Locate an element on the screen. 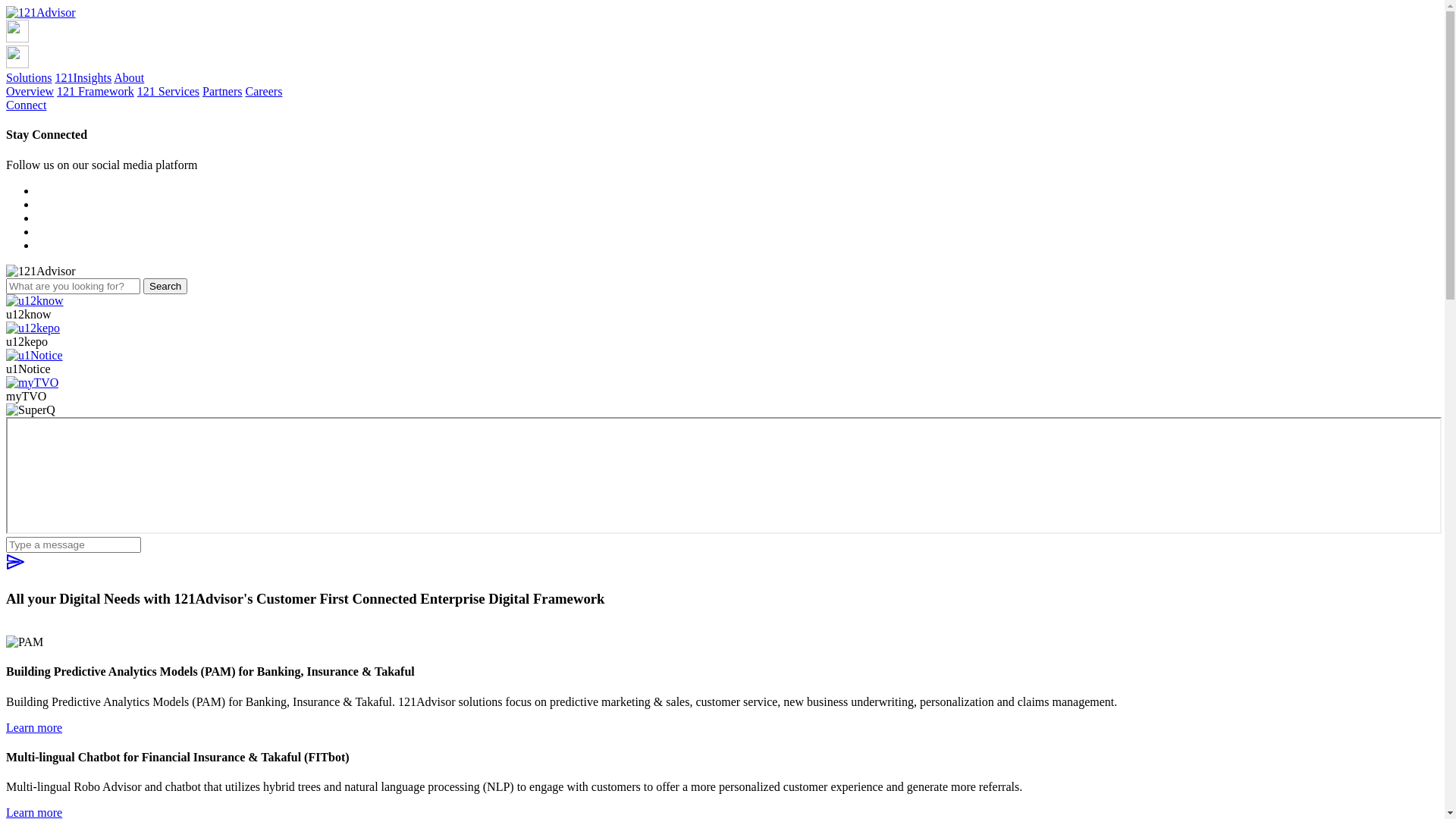  '121 Framework' is located at coordinates (94, 91).